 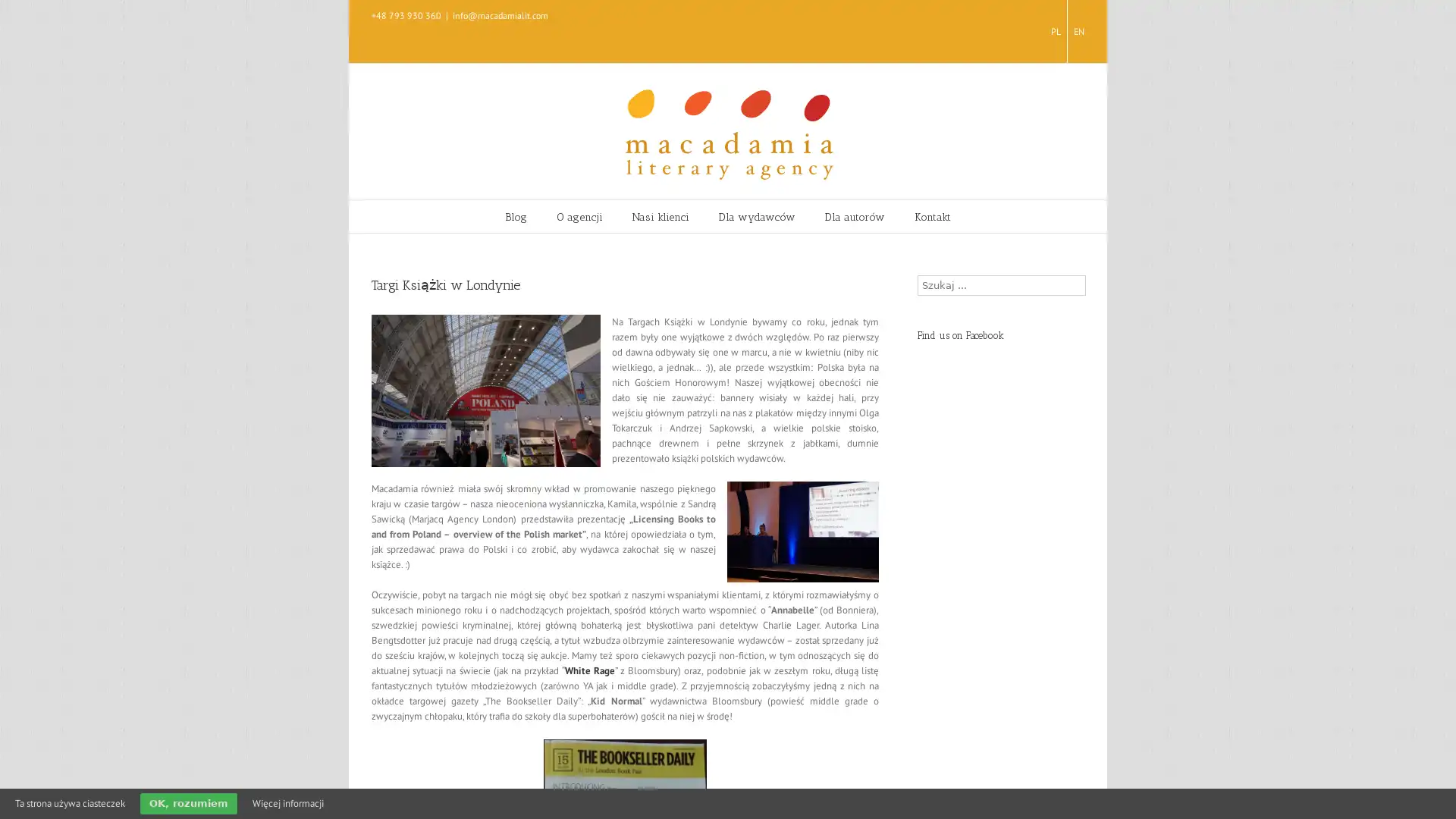 I want to click on OK, rozumiem, so click(x=188, y=803).